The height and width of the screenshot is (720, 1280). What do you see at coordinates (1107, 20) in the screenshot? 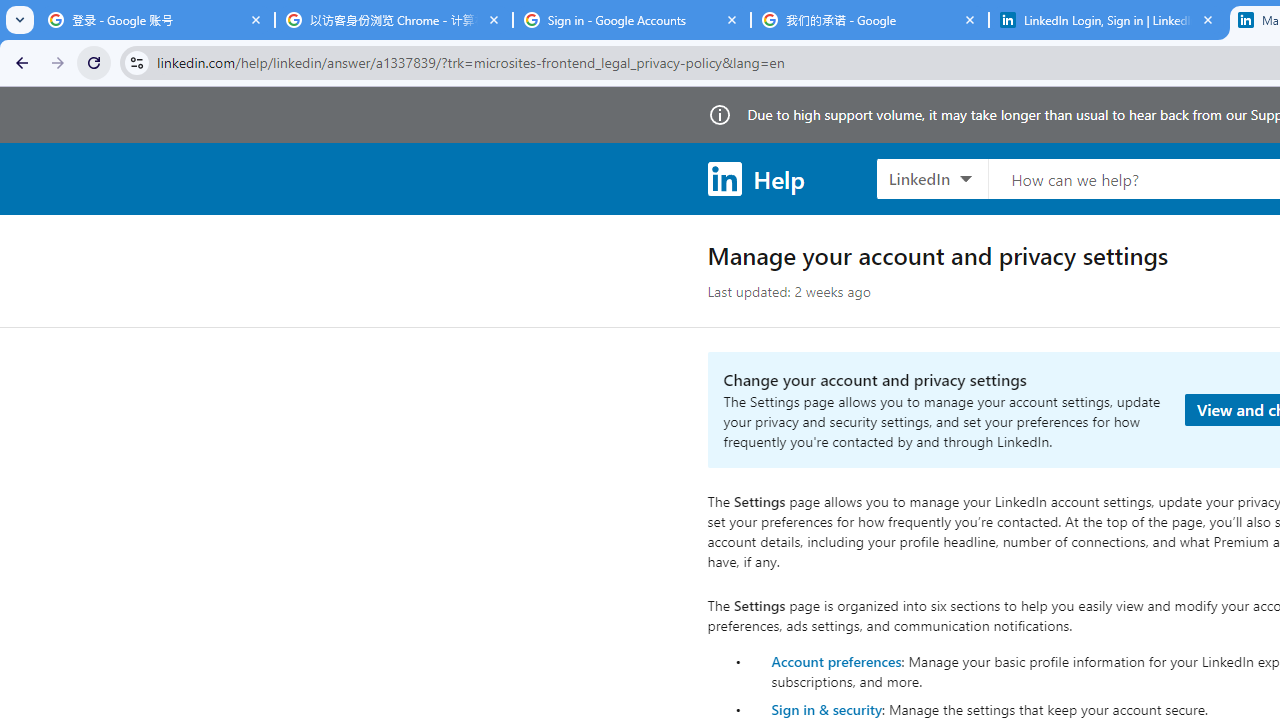
I see `'LinkedIn Login, Sign in | LinkedIn'` at bounding box center [1107, 20].